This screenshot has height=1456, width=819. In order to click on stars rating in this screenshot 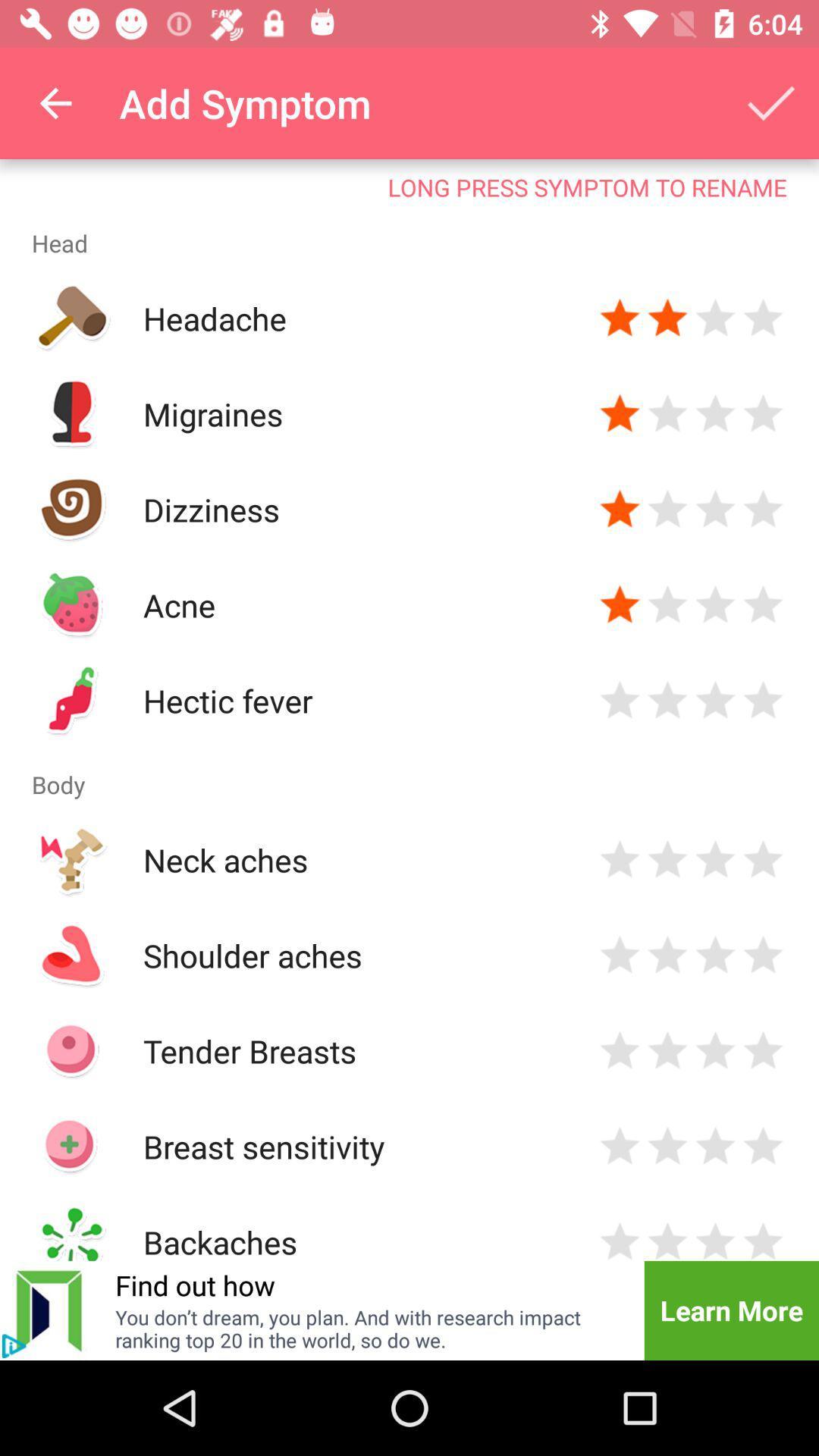, I will do `click(715, 1050)`.